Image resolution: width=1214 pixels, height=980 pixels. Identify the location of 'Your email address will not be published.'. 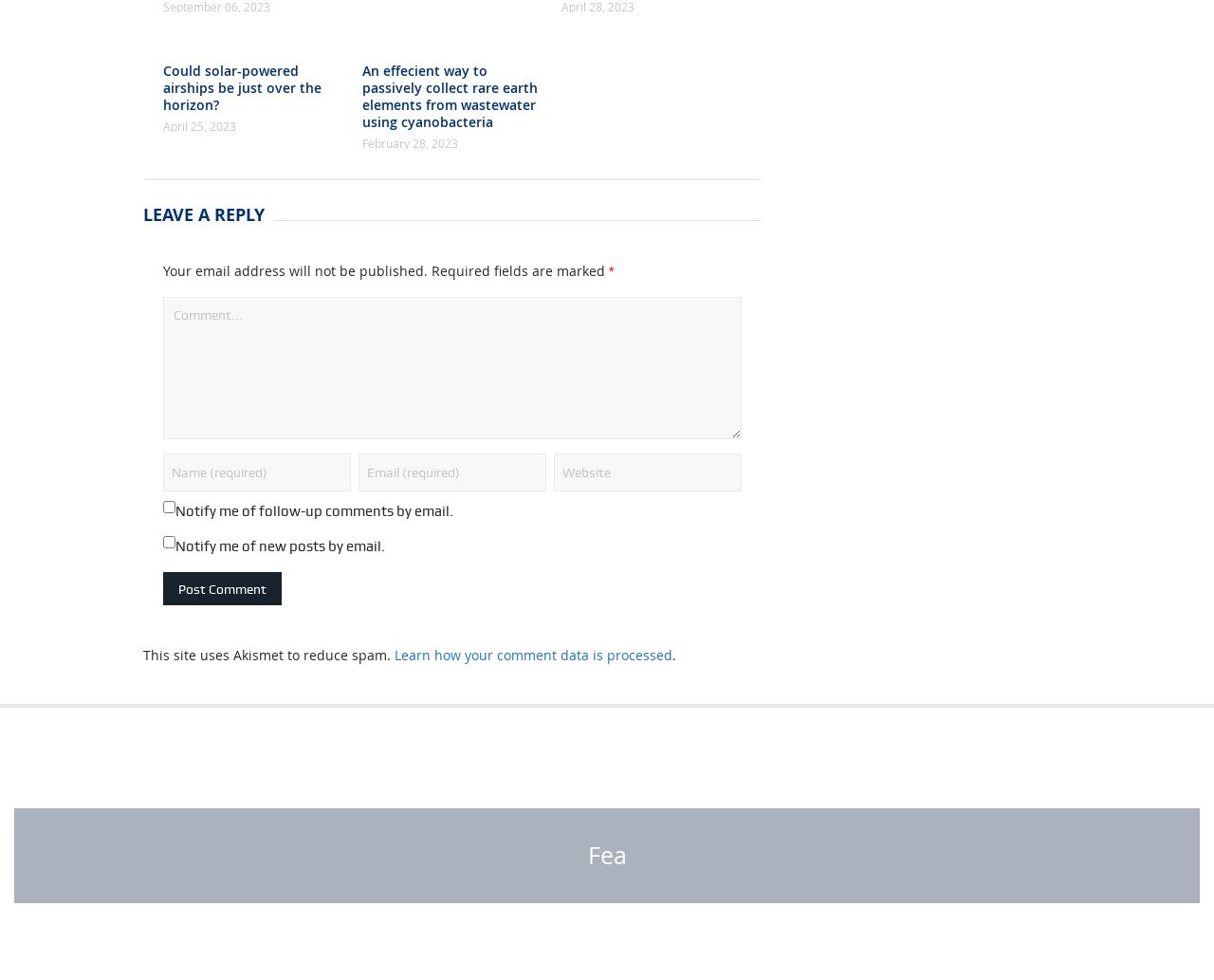
(294, 319).